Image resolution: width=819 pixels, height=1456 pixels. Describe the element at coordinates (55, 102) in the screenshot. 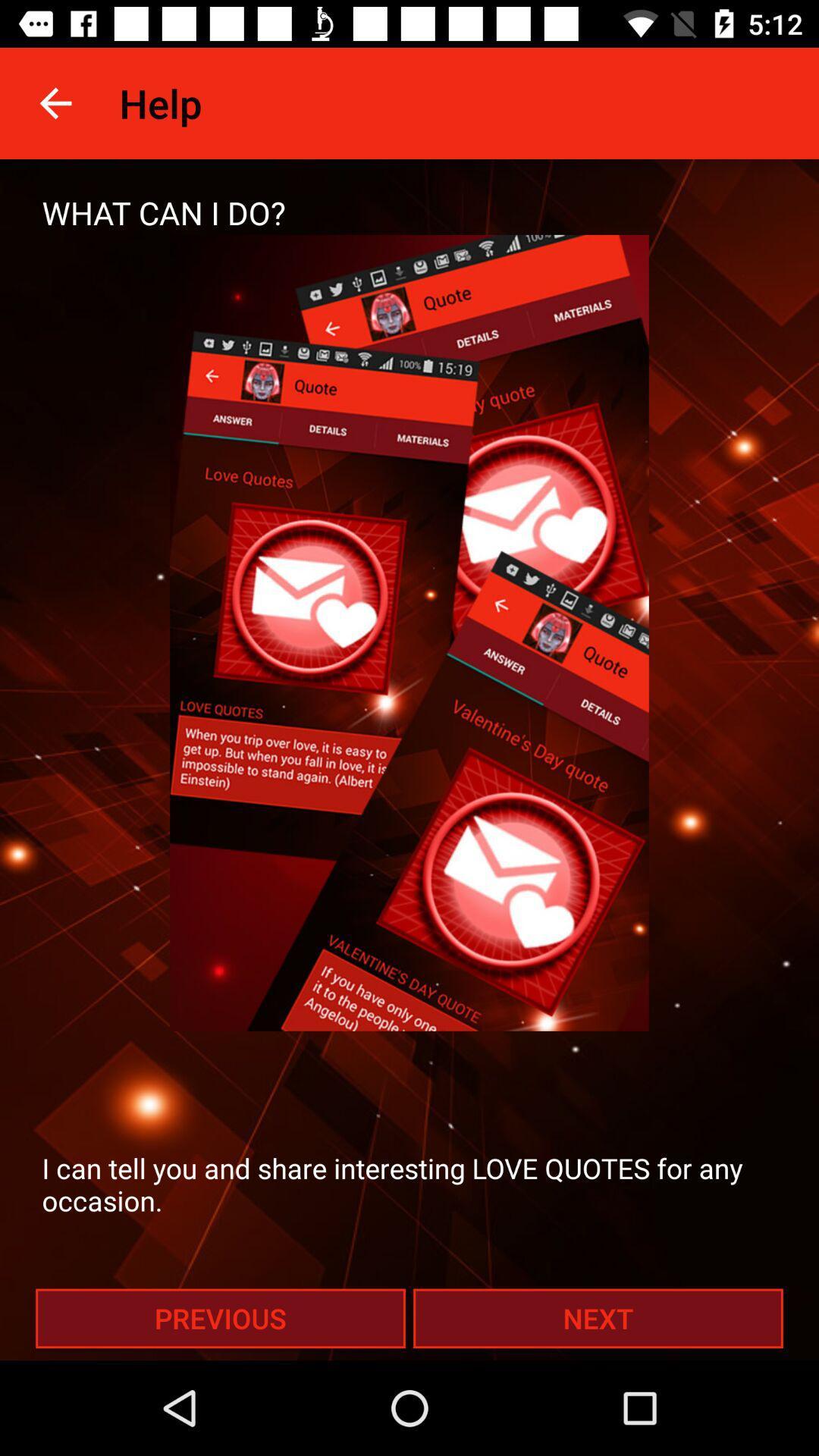

I see `icon to the left of help` at that location.